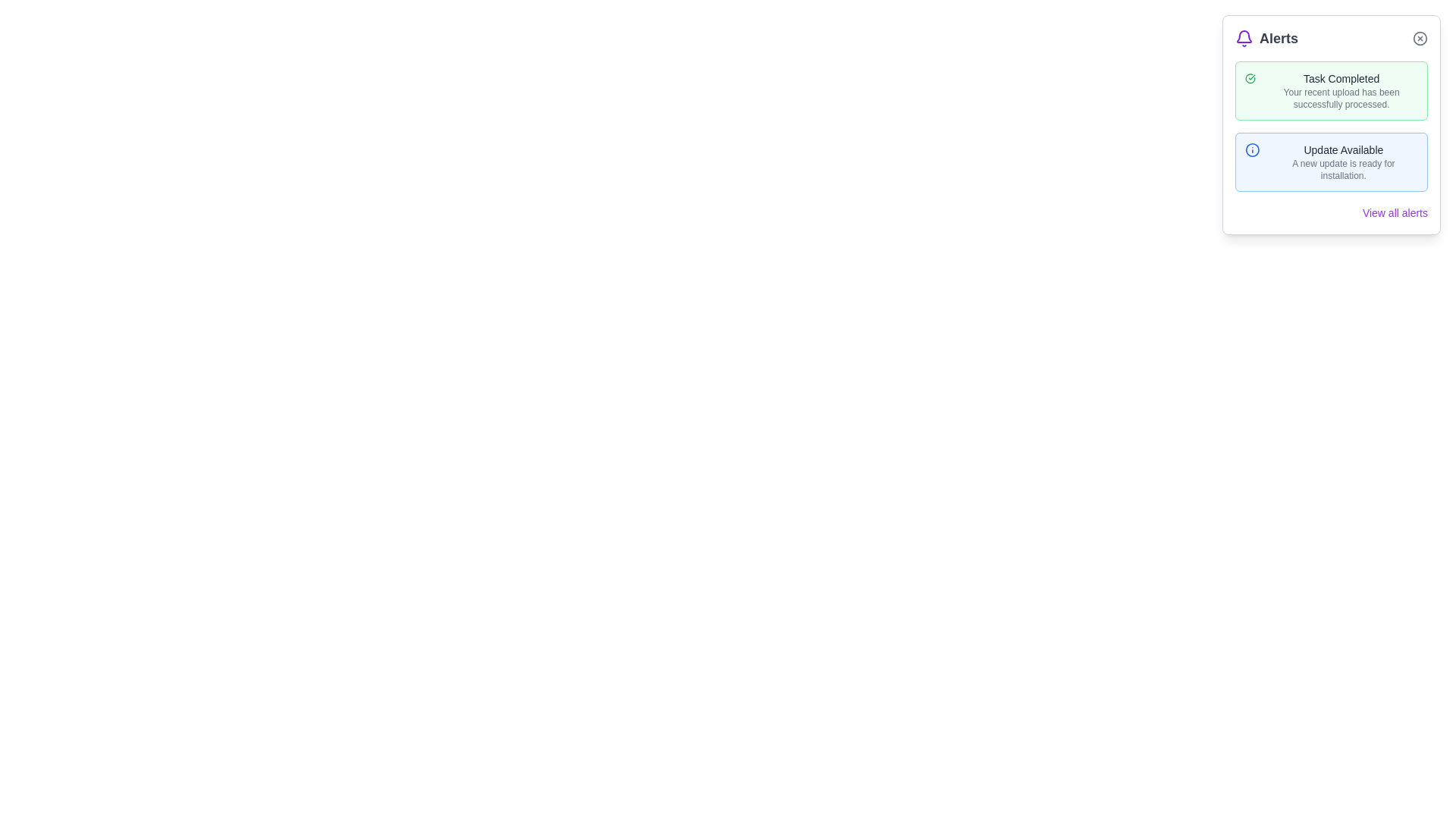 The height and width of the screenshot is (819, 1456). What do you see at coordinates (1343, 162) in the screenshot?
I see `text displayed in the lower part of the 'Alerts' section, which notifies the user of an available update and is centered within its bordered box` at bounding box center [1343, 162].